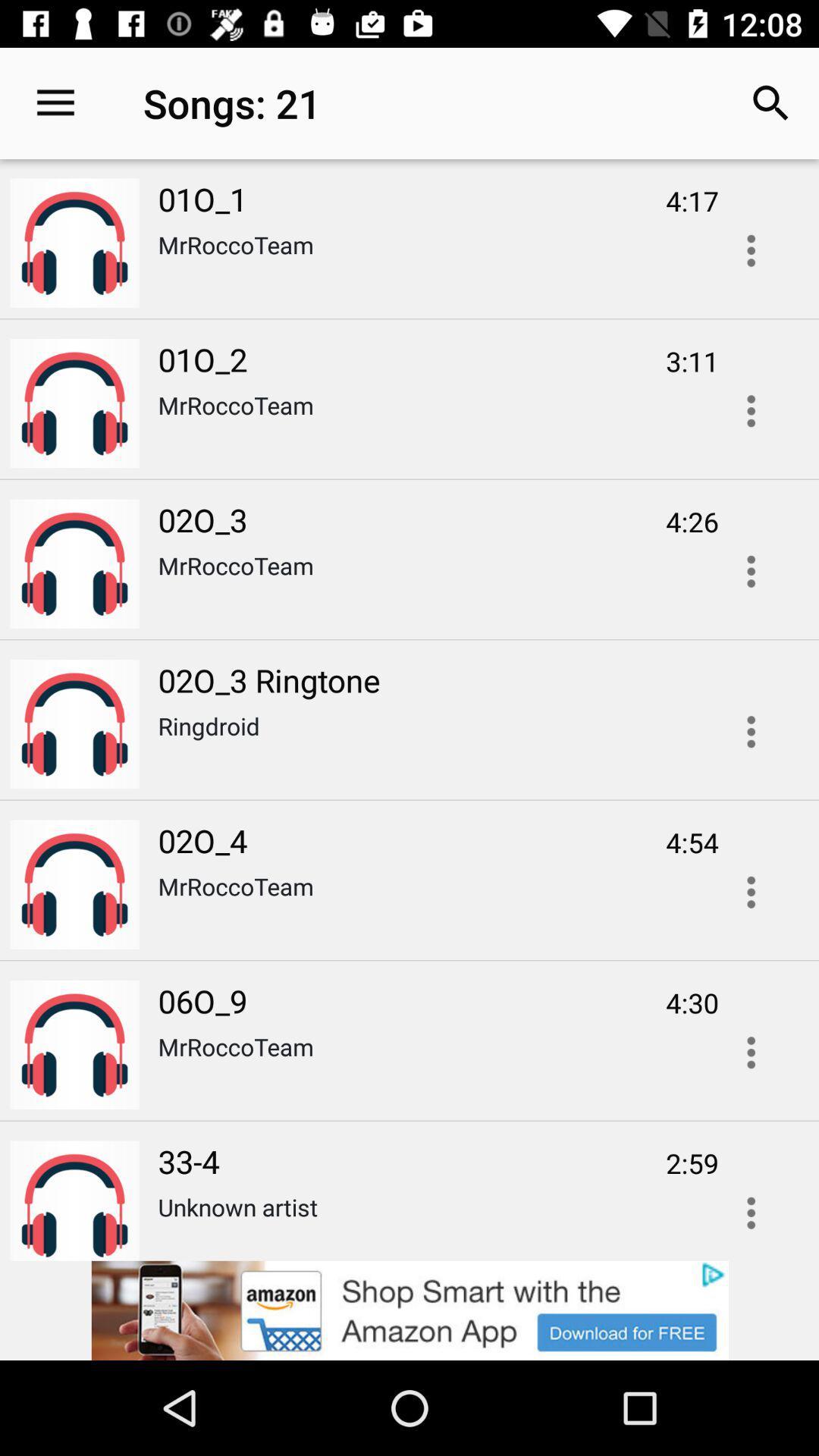 This screenshot has width=819, height=1456. Describe the element at coordinates (409, 1310) in the screenshot. I see `advertisement click` at that location.